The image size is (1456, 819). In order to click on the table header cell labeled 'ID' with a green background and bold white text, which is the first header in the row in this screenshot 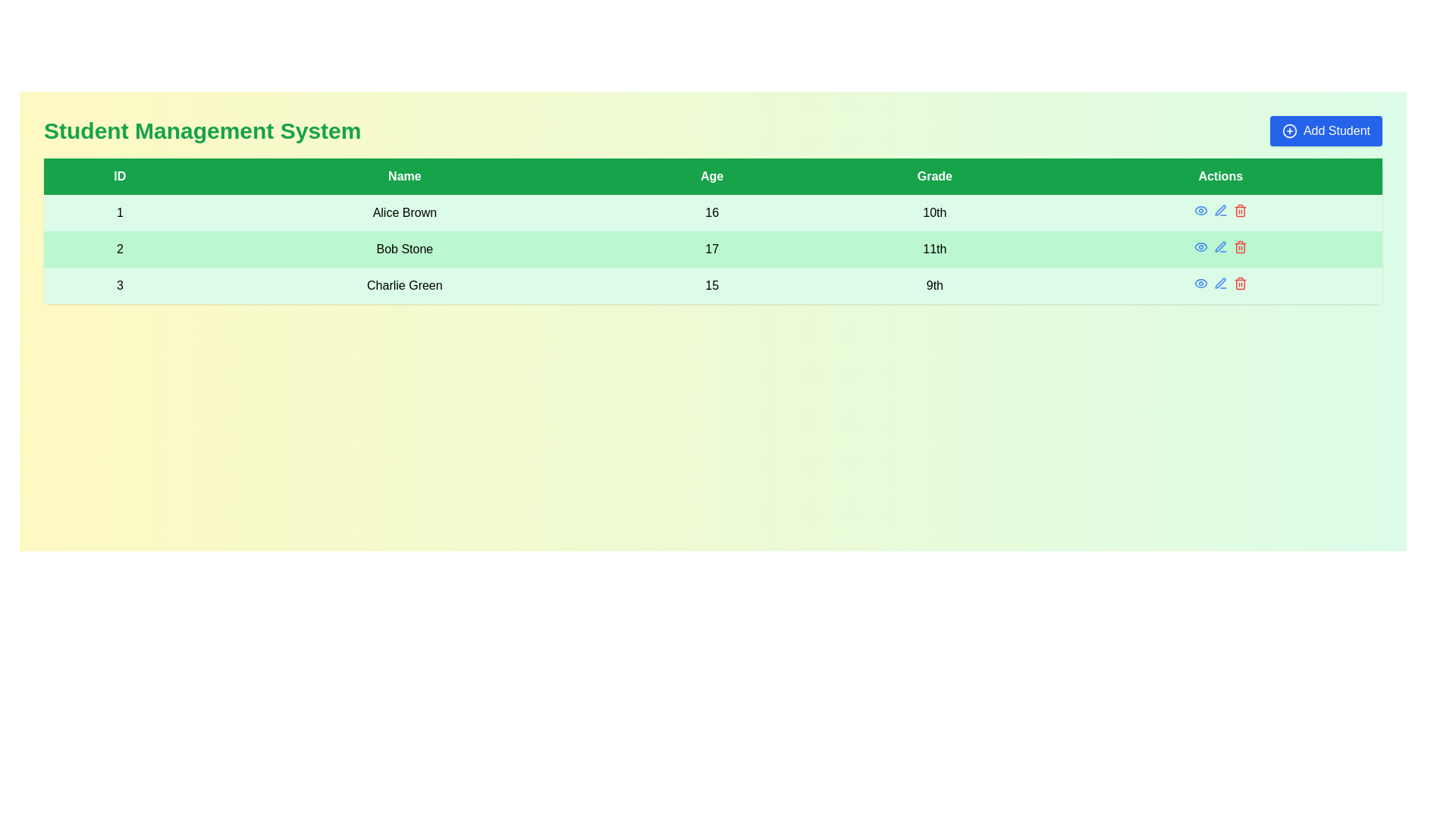, I will do `click(119, 175)`.